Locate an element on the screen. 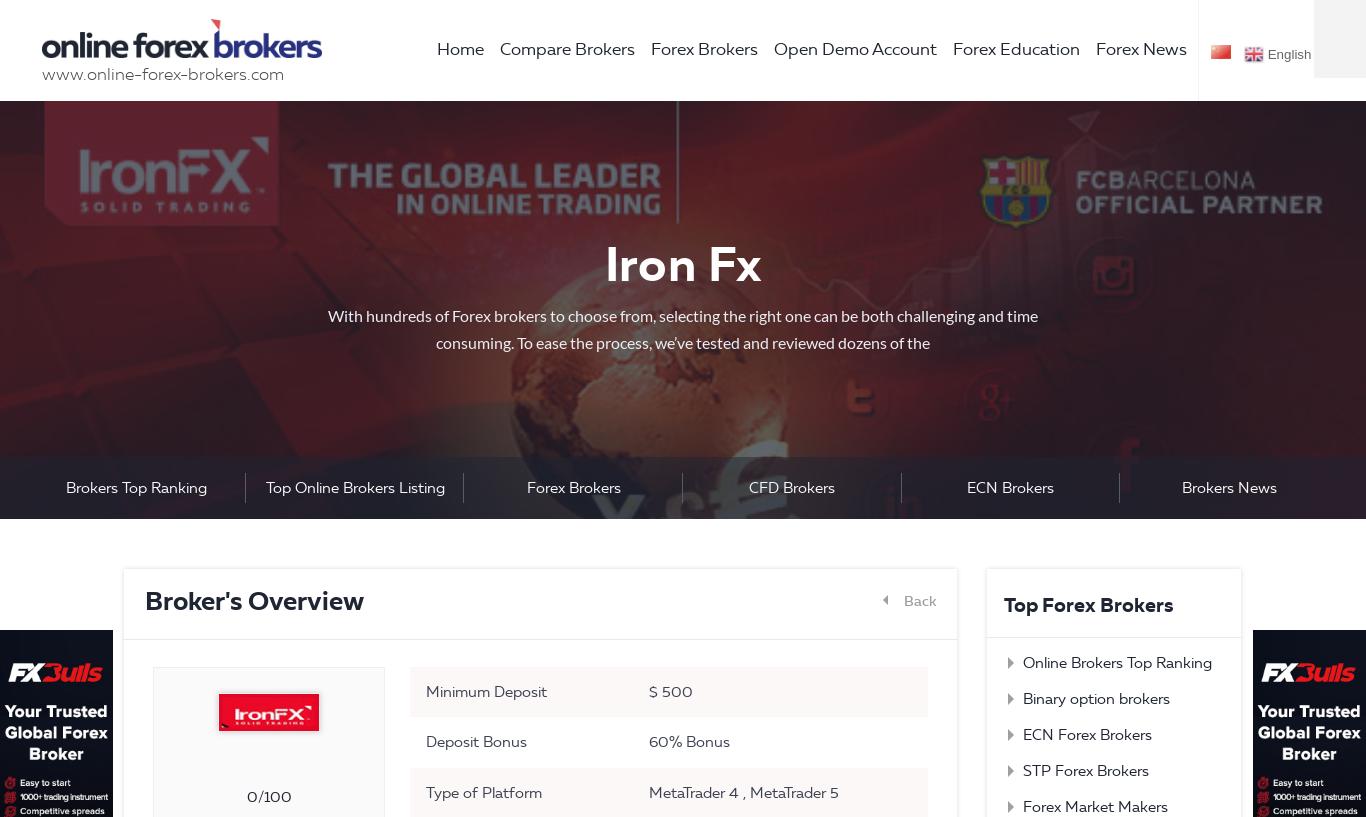 This screenshot has width=1366, height=817. 'Top Online Brokers Listing' is located at coordinates (353, 487).